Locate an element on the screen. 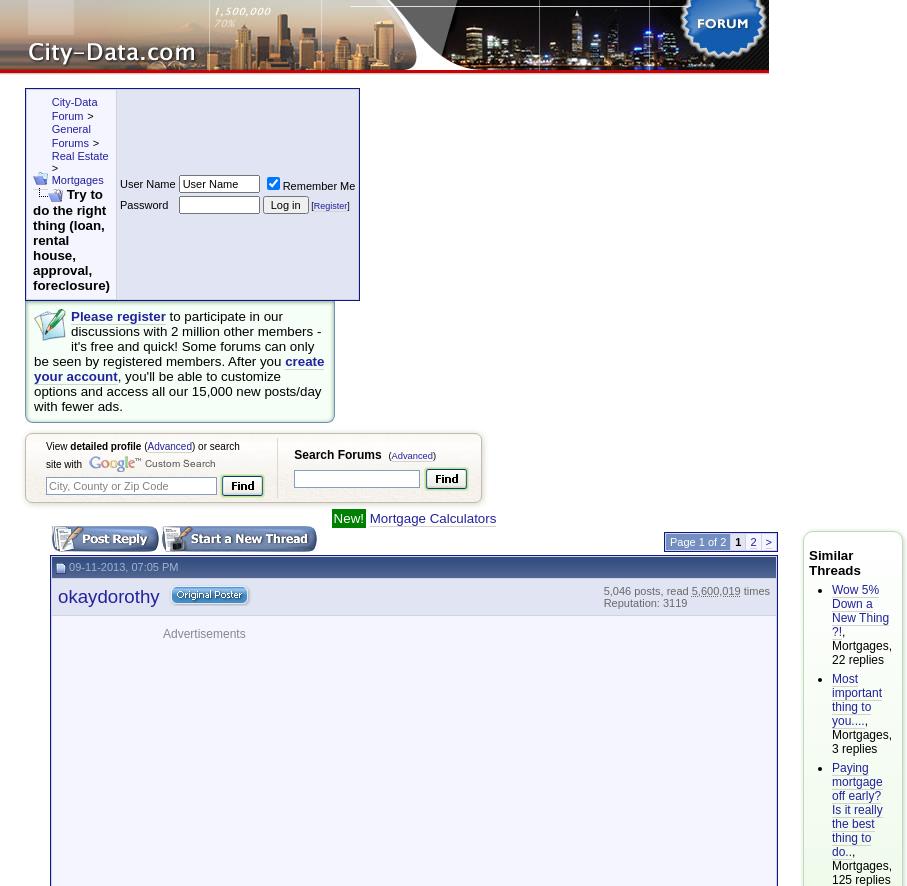  'Try to do the right thing (loan, rental house, approval, foreclosure)' is located at coordinates (71, 238).